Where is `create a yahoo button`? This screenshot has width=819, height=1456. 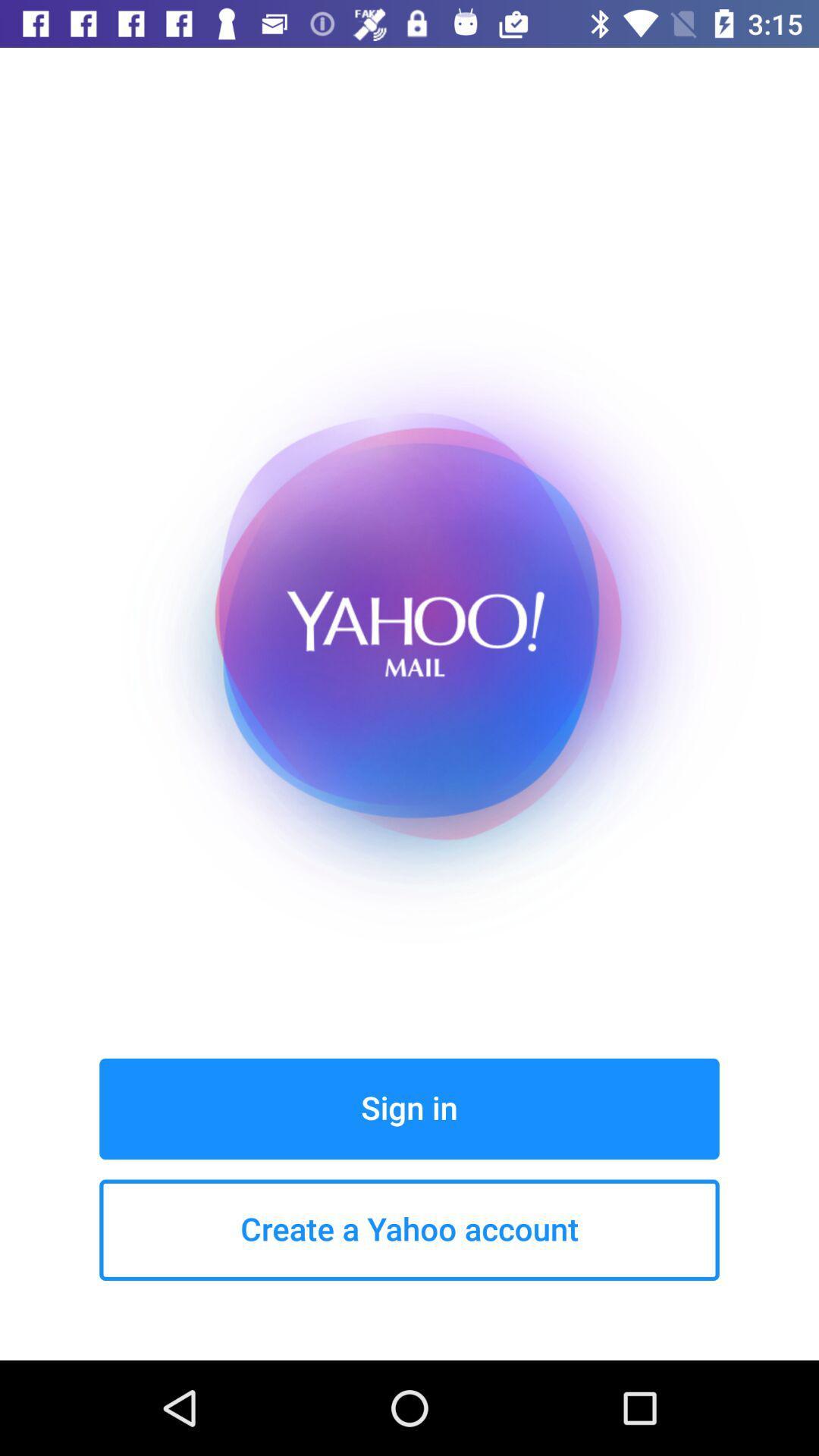
create a yahoo button is located at coordinates (409, 1230).